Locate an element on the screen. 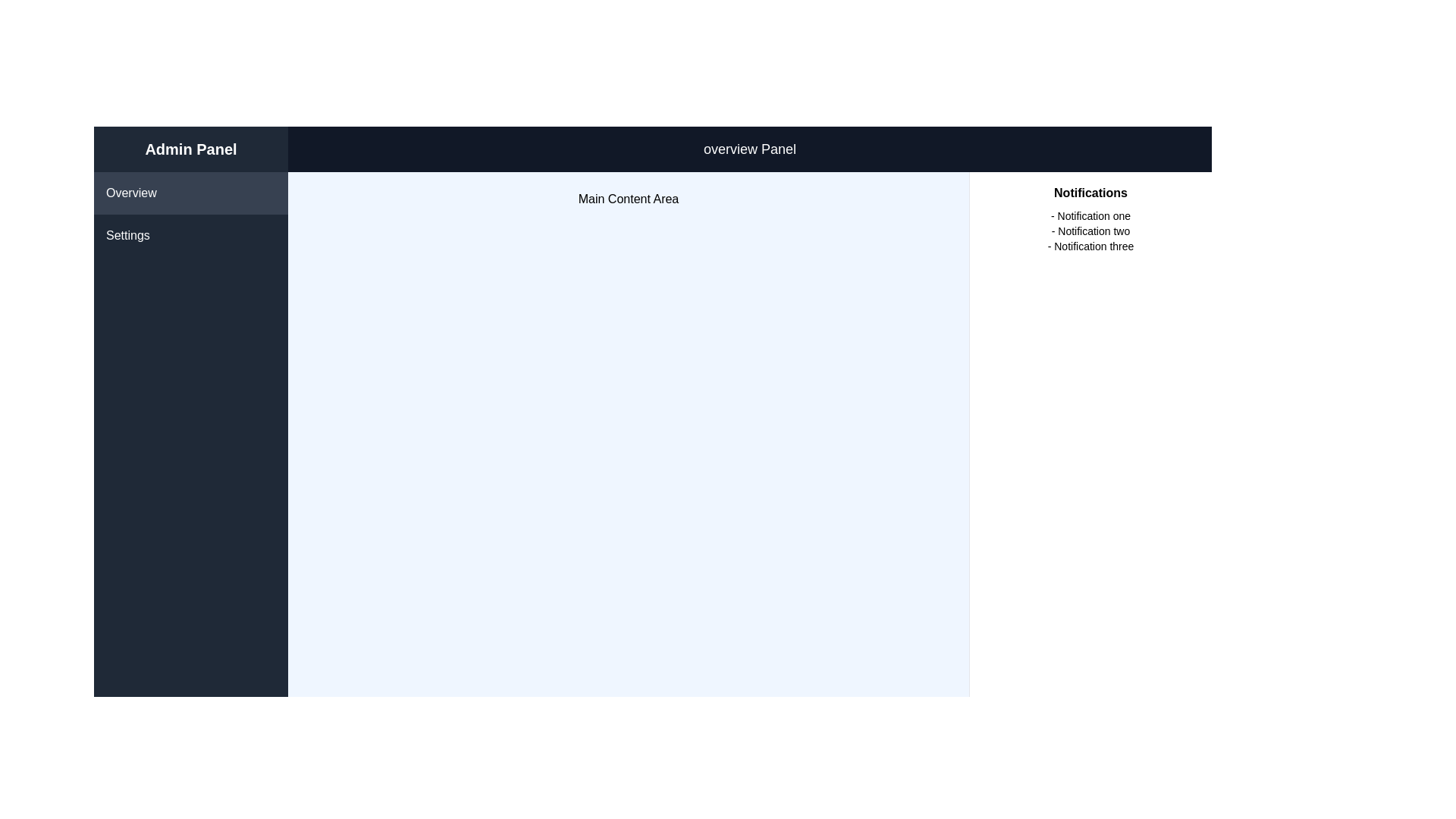 This screenshot has width=1456, height=819. notifications displayed in the second slot of the 'Notifications' sidebar, located below the title text 'Notifications' is located at coordinates (1090, 231).